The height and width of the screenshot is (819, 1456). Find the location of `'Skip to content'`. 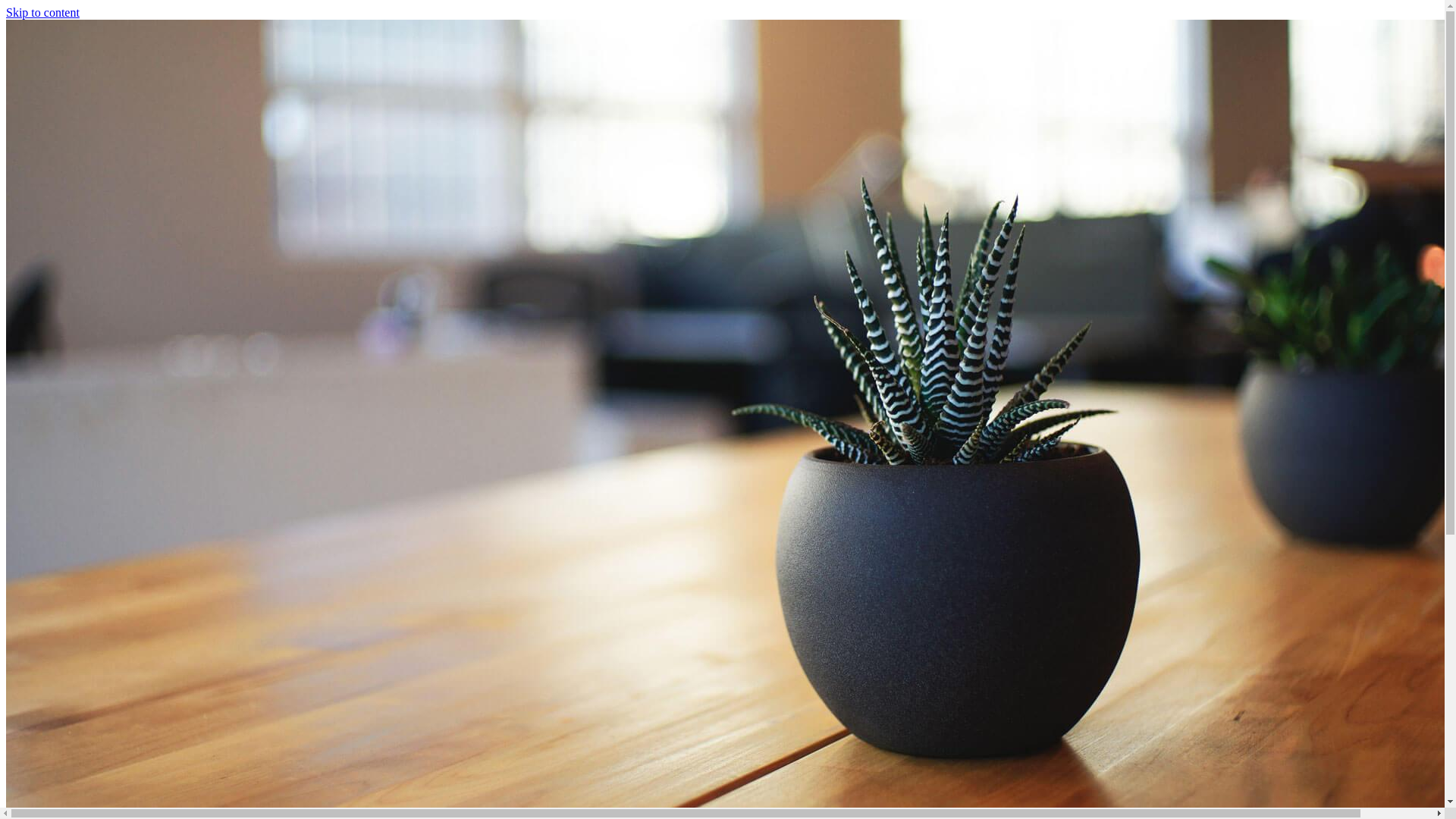

'Skip to content' is located at coordinates (6, 12).